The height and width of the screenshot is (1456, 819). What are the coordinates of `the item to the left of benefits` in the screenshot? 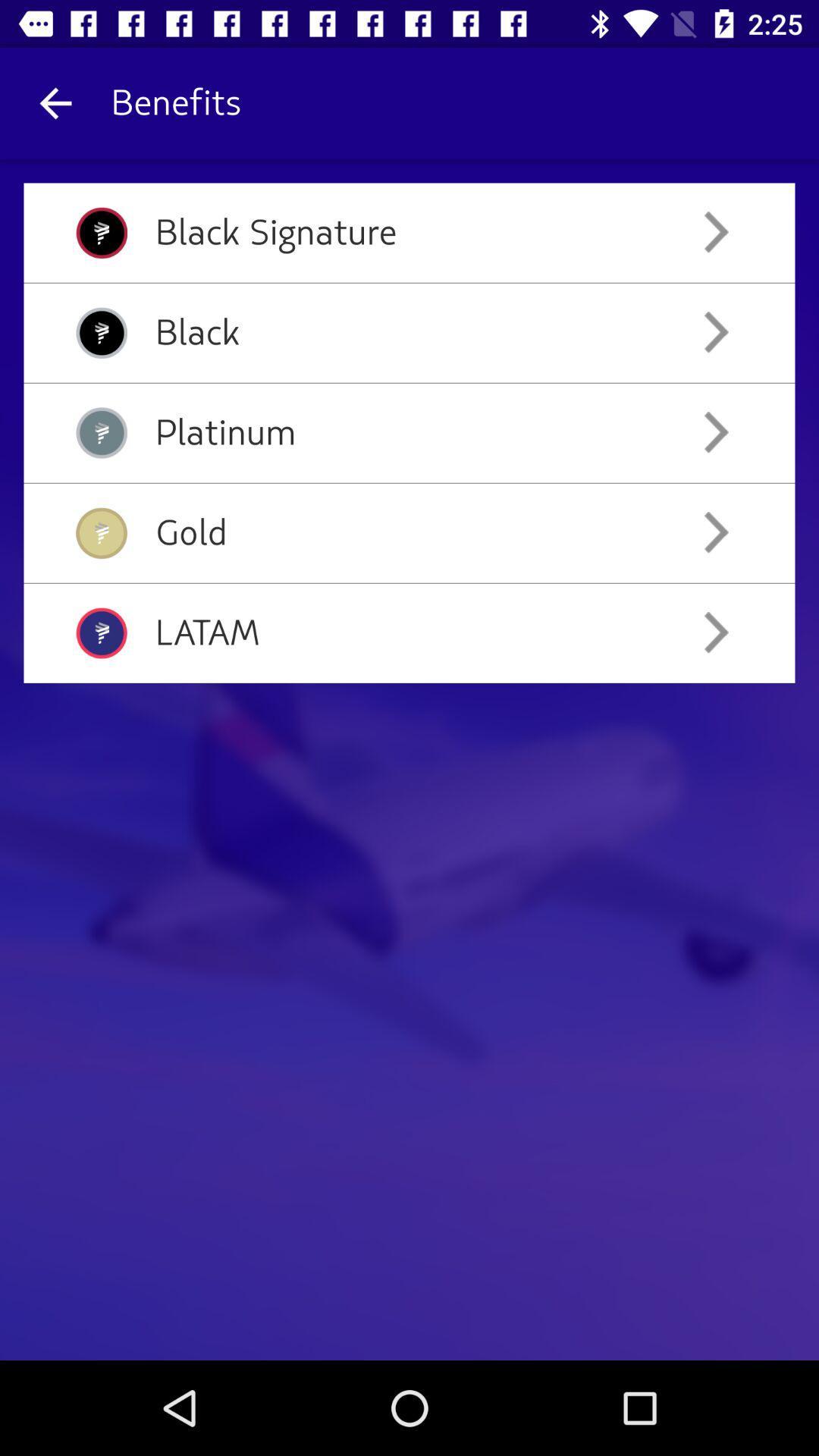 It's located at (55, 102).